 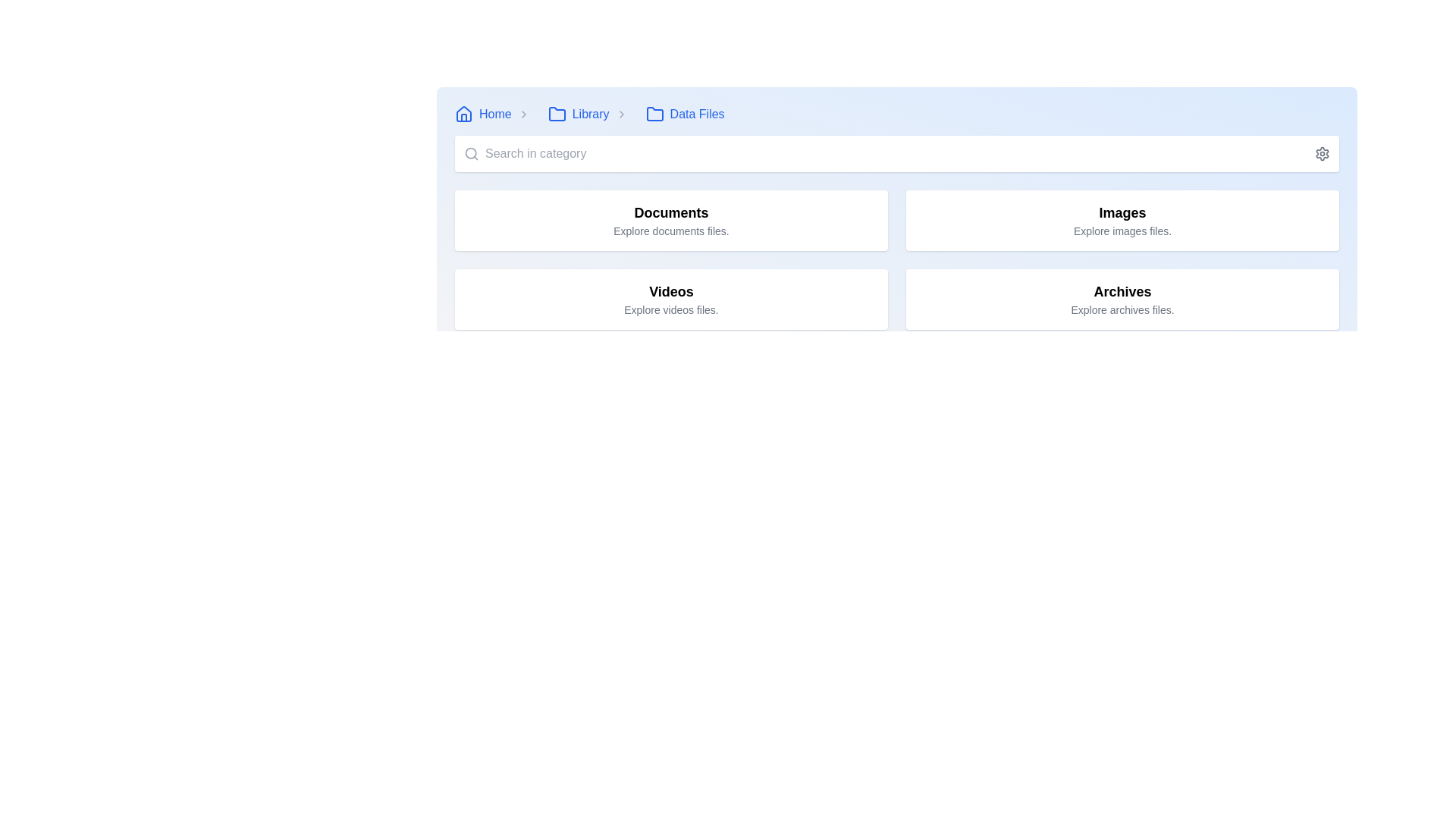 What do you see at coordinates (482, 113) in the screenshot?
I see `the 'Home' hyperlink in the breadcrumb navigation` at bounding box center [482, 113].